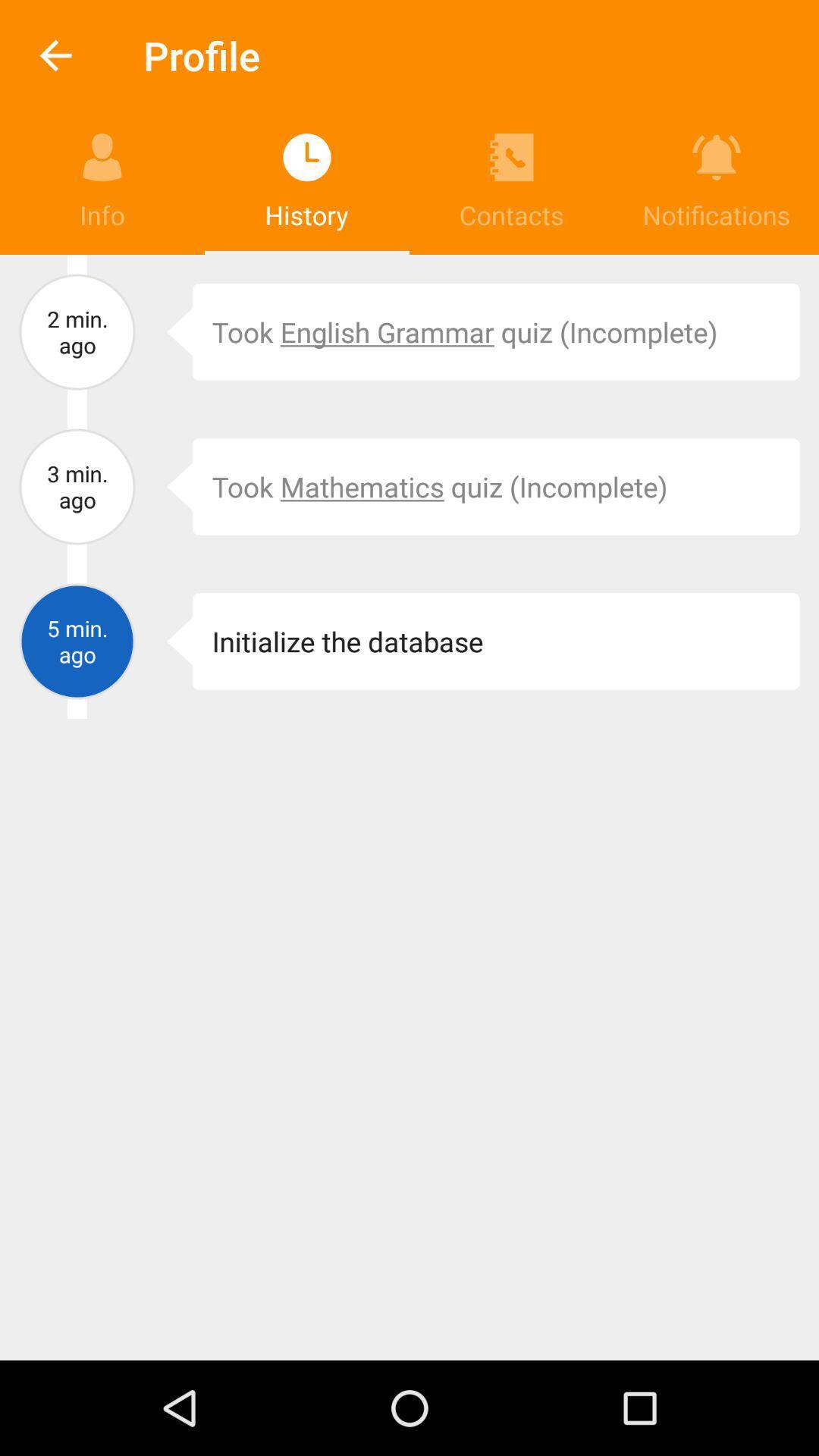 This screenshot has width=819, height=1456. Describe the element at coordinates (496, 331) in the screenshot. I see `the took english grammar app` at that location.